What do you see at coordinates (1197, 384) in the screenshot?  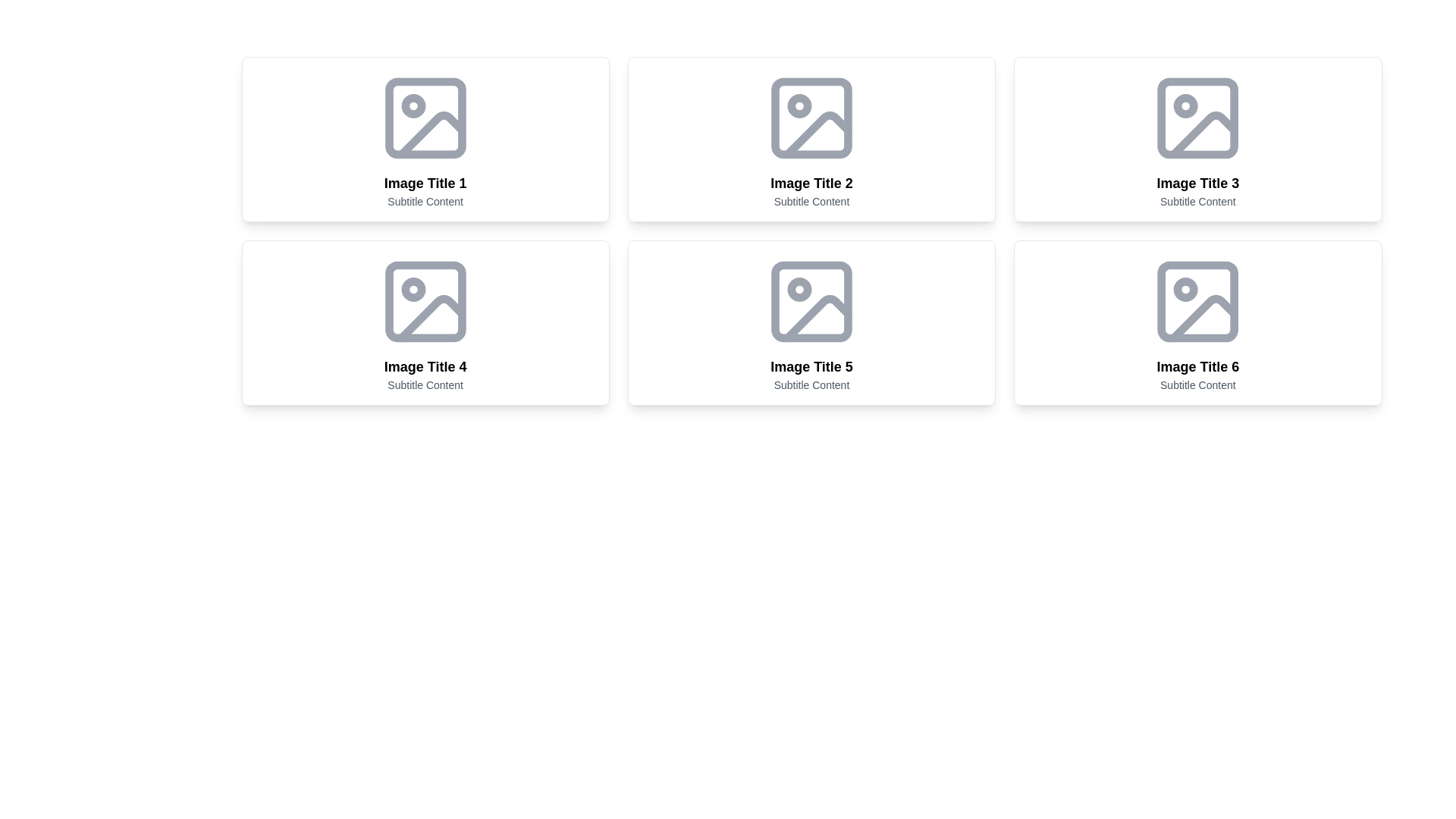 I see `the text label displaying 'Subtitle Content', which is styled in gray and located below the title 'Image Title 6' in the grid layout` at bounding box center [1197, 384].